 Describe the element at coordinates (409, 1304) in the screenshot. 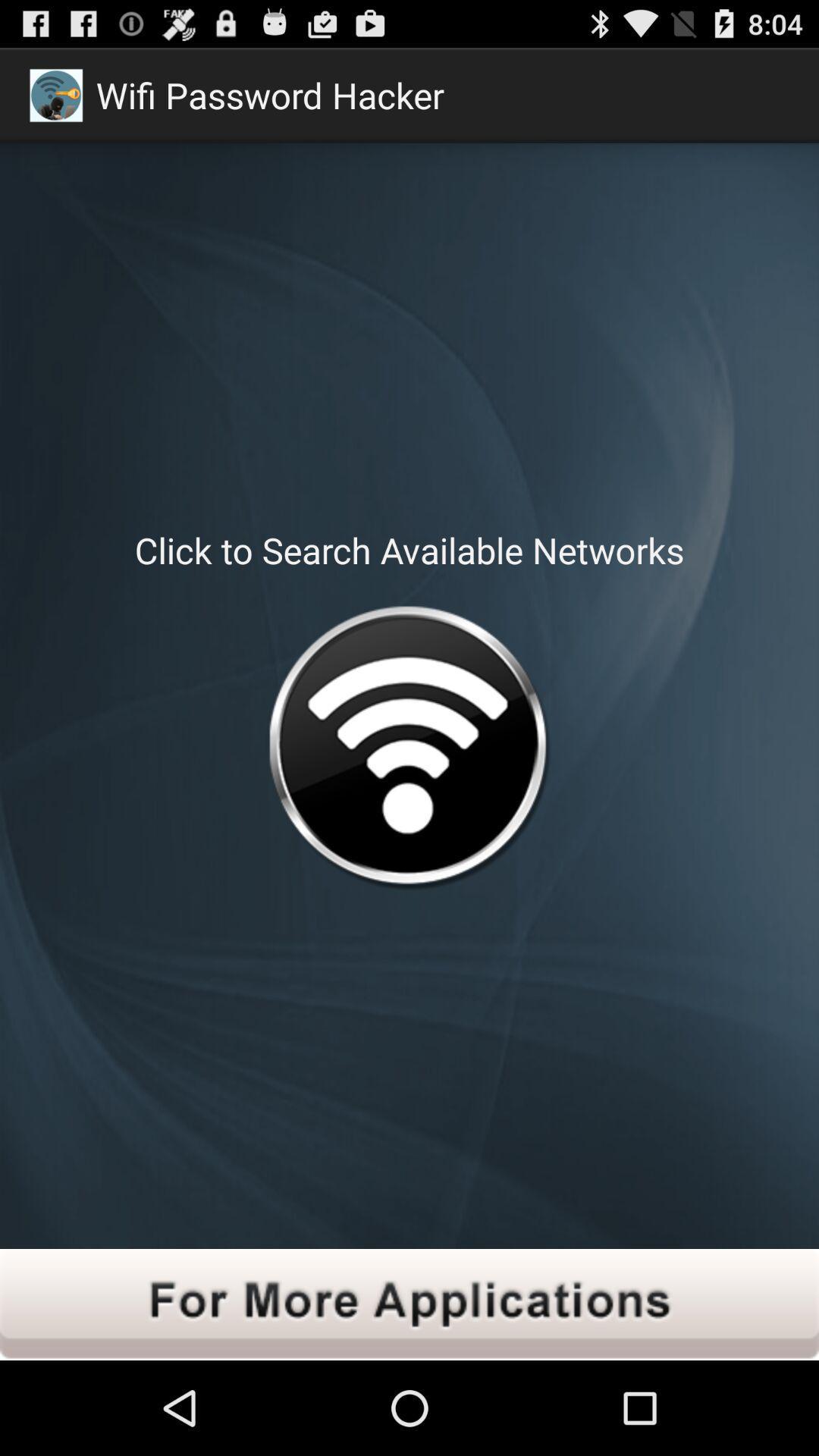

I see `button at the bottom` at that location.